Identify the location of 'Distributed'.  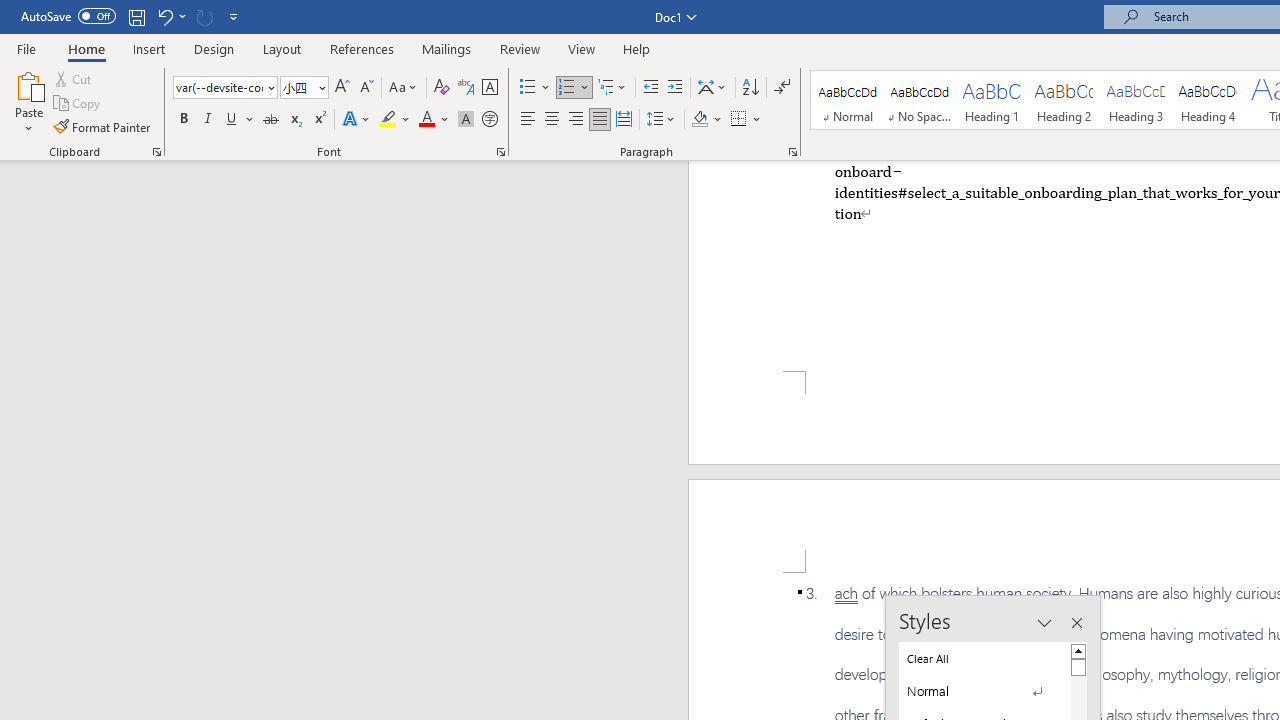
(623, 119).